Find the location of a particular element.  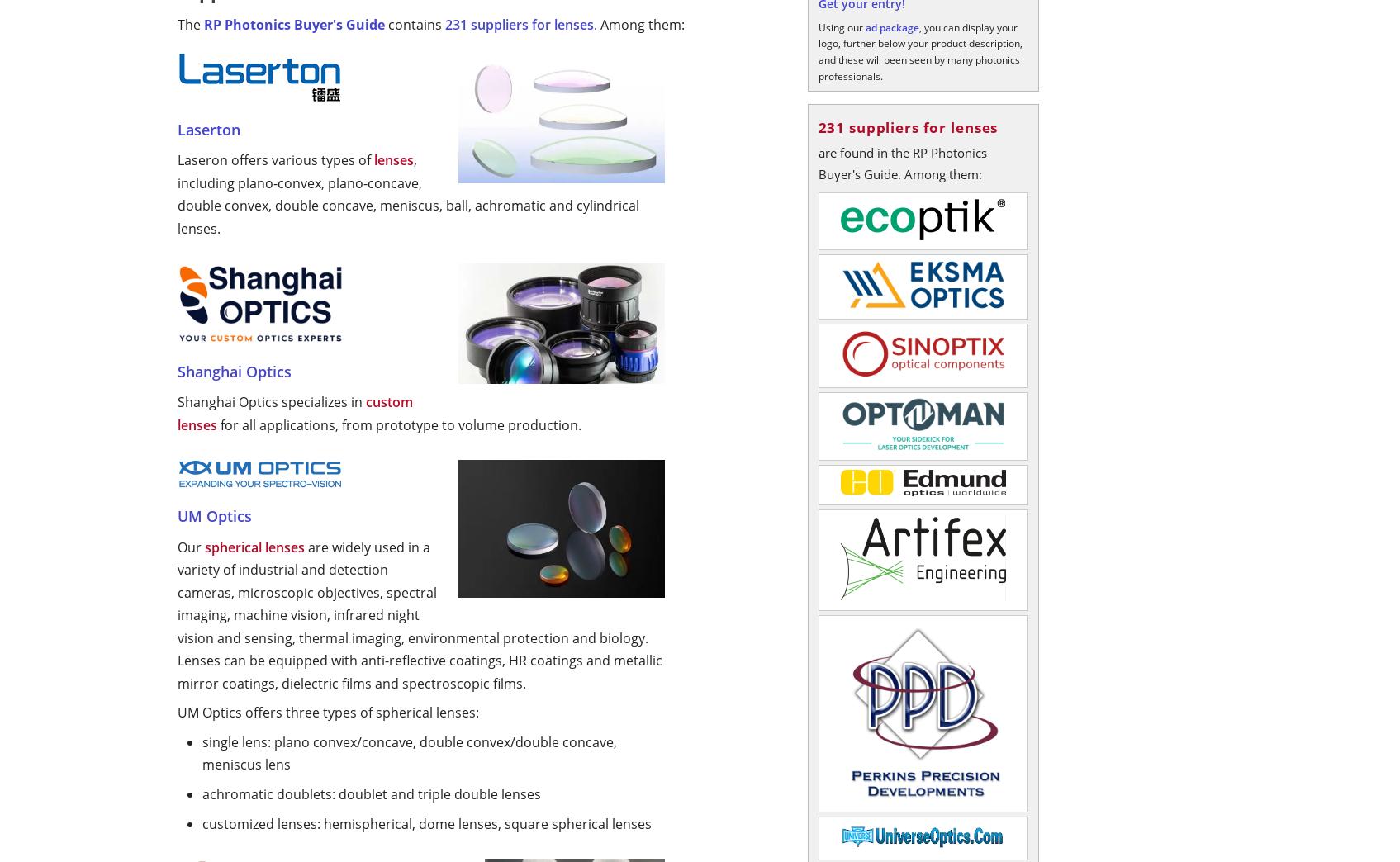

', including plano-convex, plano-concave, double convex, double concave, meniscus, ball, achromatic and cylindrical lenses.' is located at coordinates (176, 194).